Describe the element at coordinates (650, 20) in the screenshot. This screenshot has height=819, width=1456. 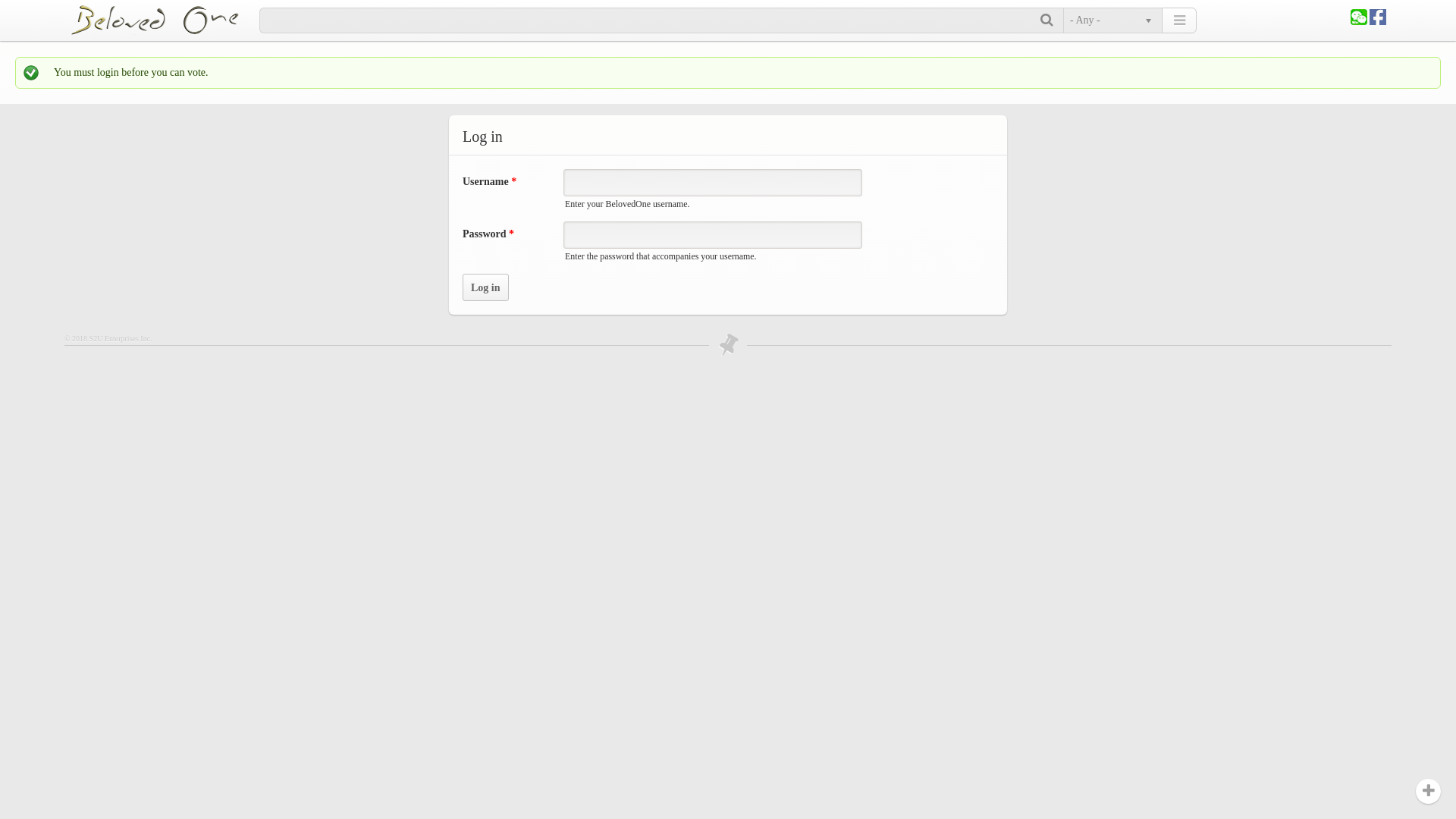
I see `'Enter the terms you wish to search for.'` at that location.